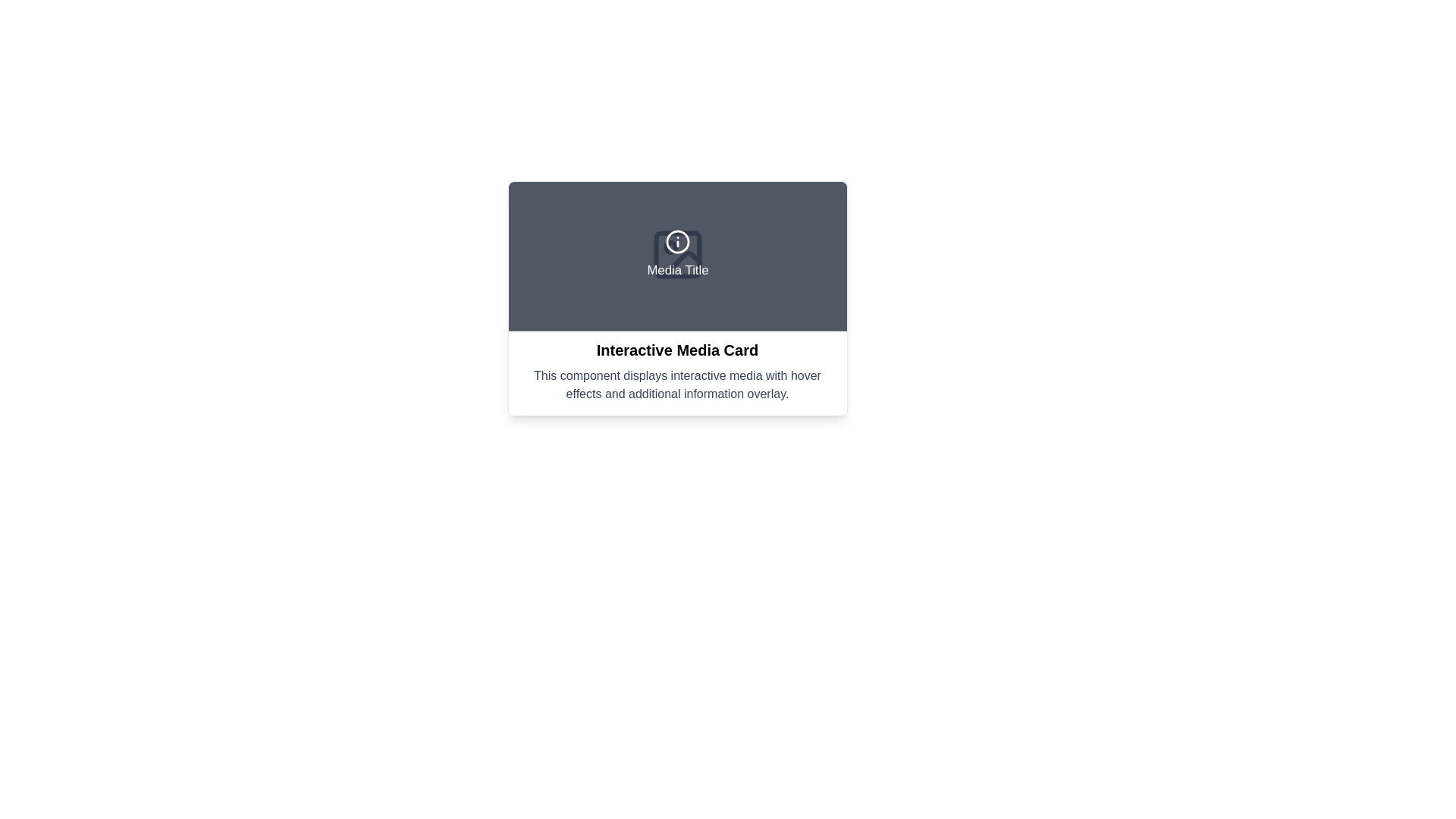  What do you see at coordinates (676, 253) in the screenshot?
I see `the media placeholder icon located in the central area of the card header section` at bounding box center [676, 253].